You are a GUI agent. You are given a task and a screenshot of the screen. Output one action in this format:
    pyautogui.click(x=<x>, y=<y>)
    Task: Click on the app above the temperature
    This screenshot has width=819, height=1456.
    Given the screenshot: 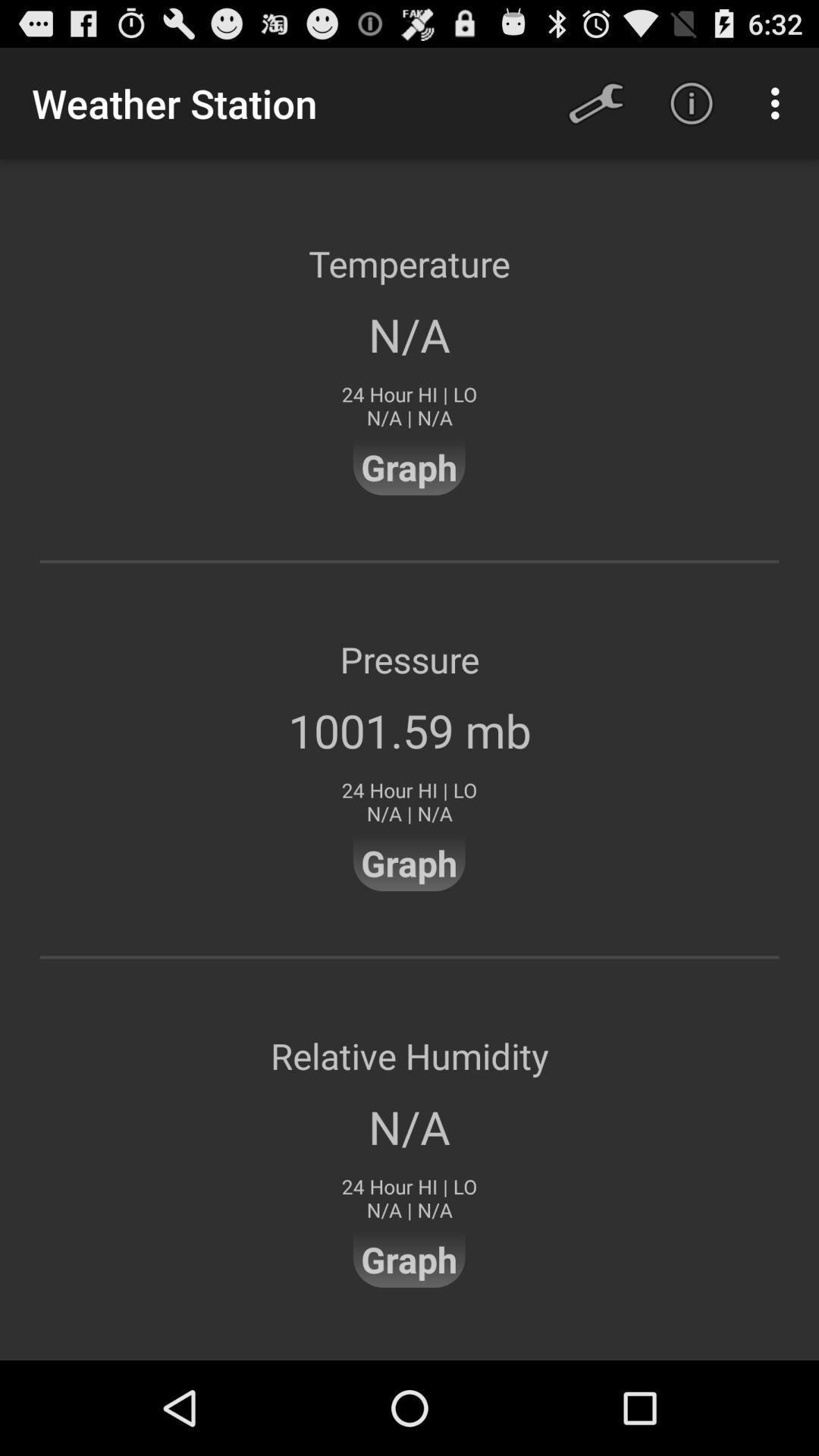 What is the action you would take?
    pyautogui.click(x=779, y=102)
    